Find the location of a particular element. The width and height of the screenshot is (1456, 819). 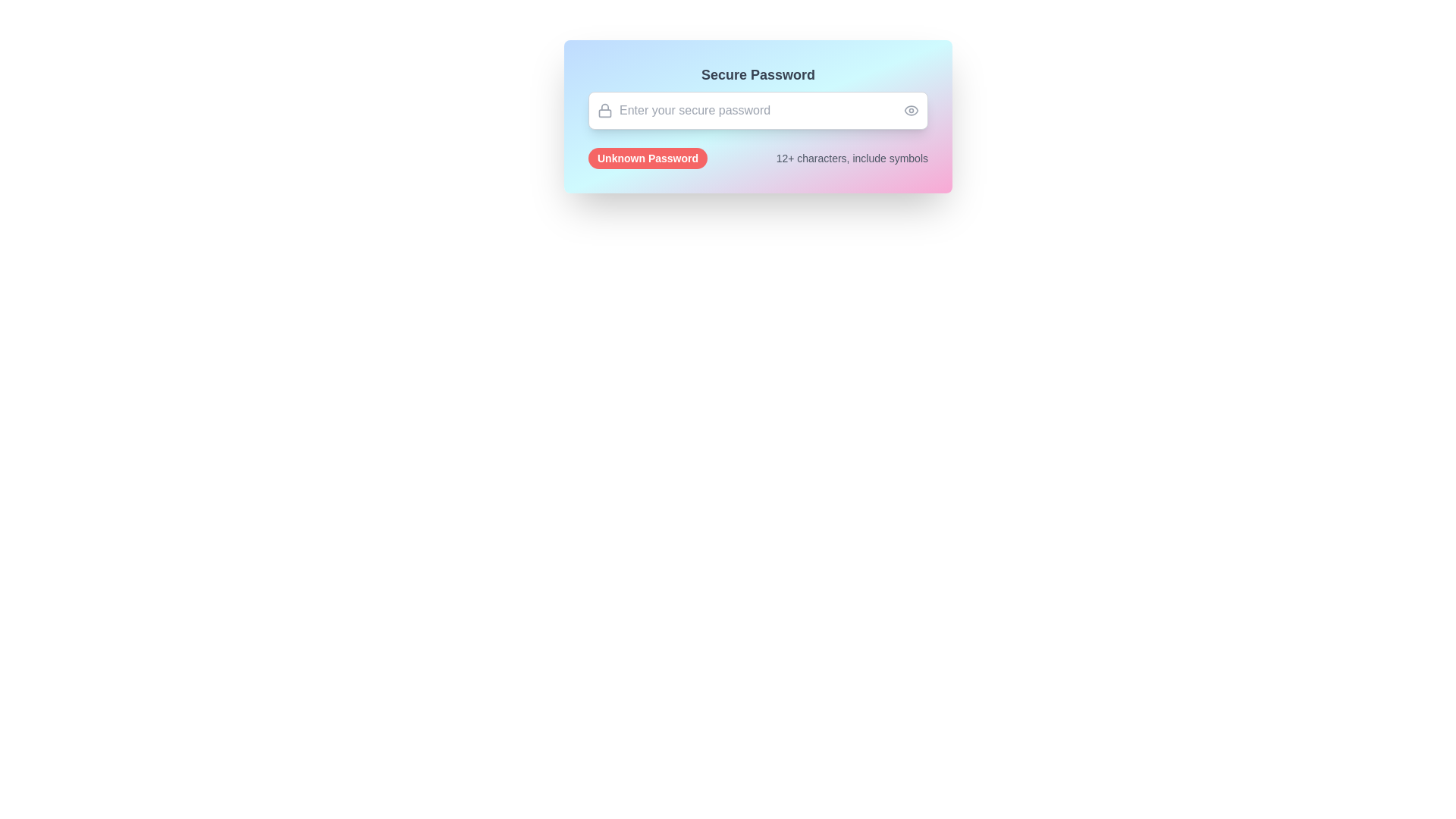

the password status indicator bar displaying 'Unknown Password' and guidelines is located at coordinates (758, 158).